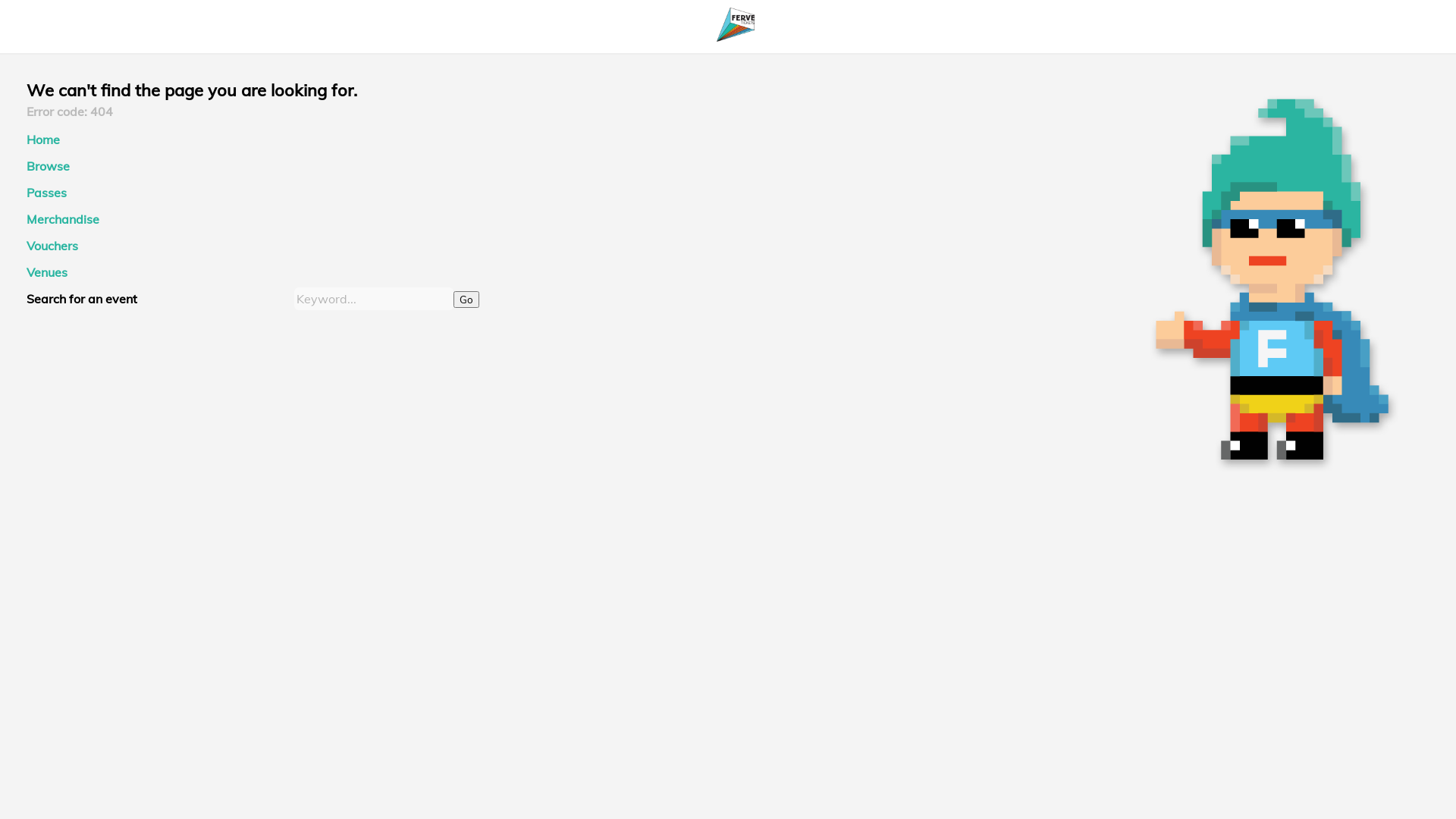  What do you see at coordinates (46, 192) in the screenshot?
I see `'Passes'` at bounding box center [46, 192].